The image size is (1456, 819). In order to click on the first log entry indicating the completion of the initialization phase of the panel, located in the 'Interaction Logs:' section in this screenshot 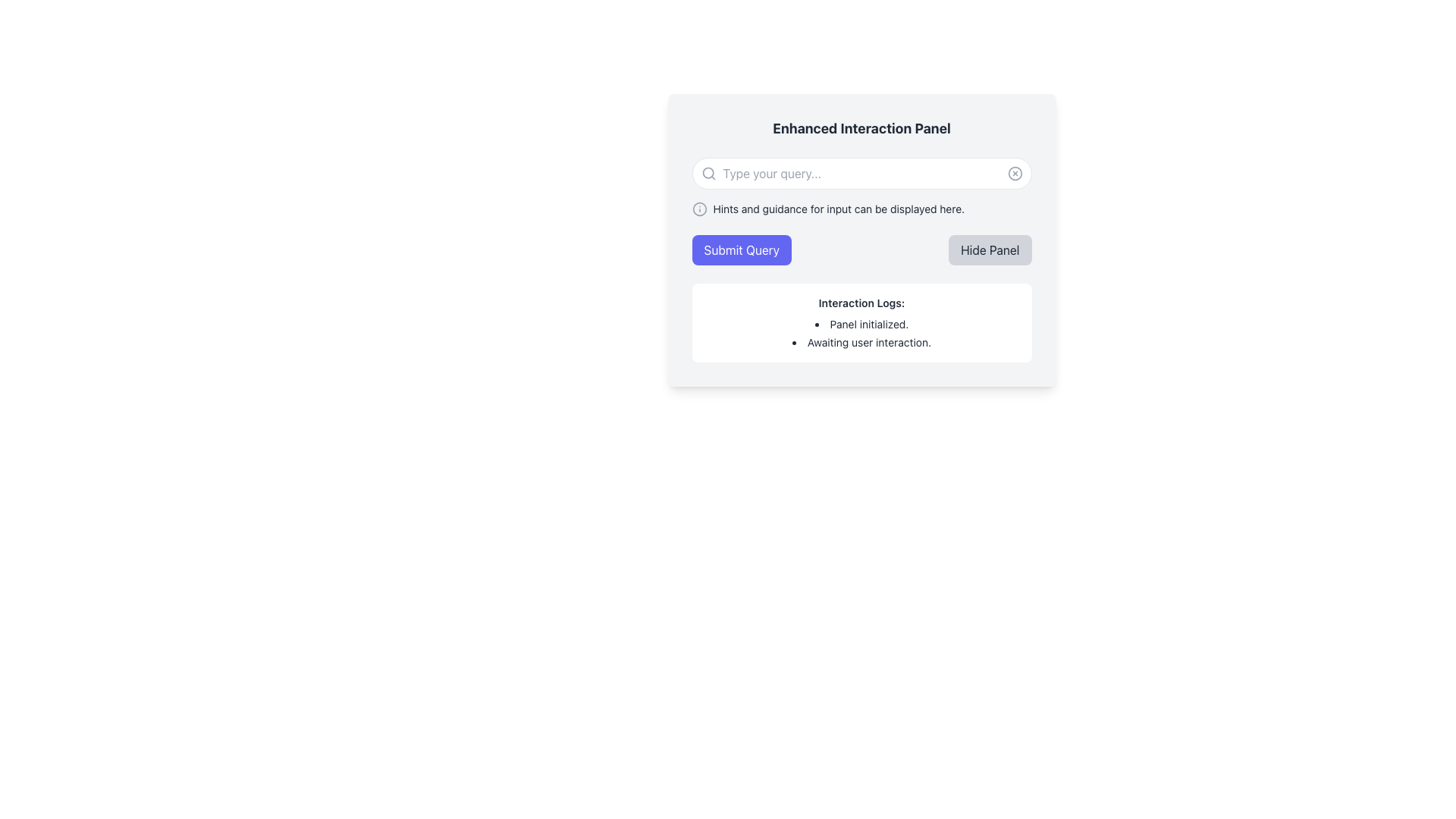, I will do `click(861, 324)`.